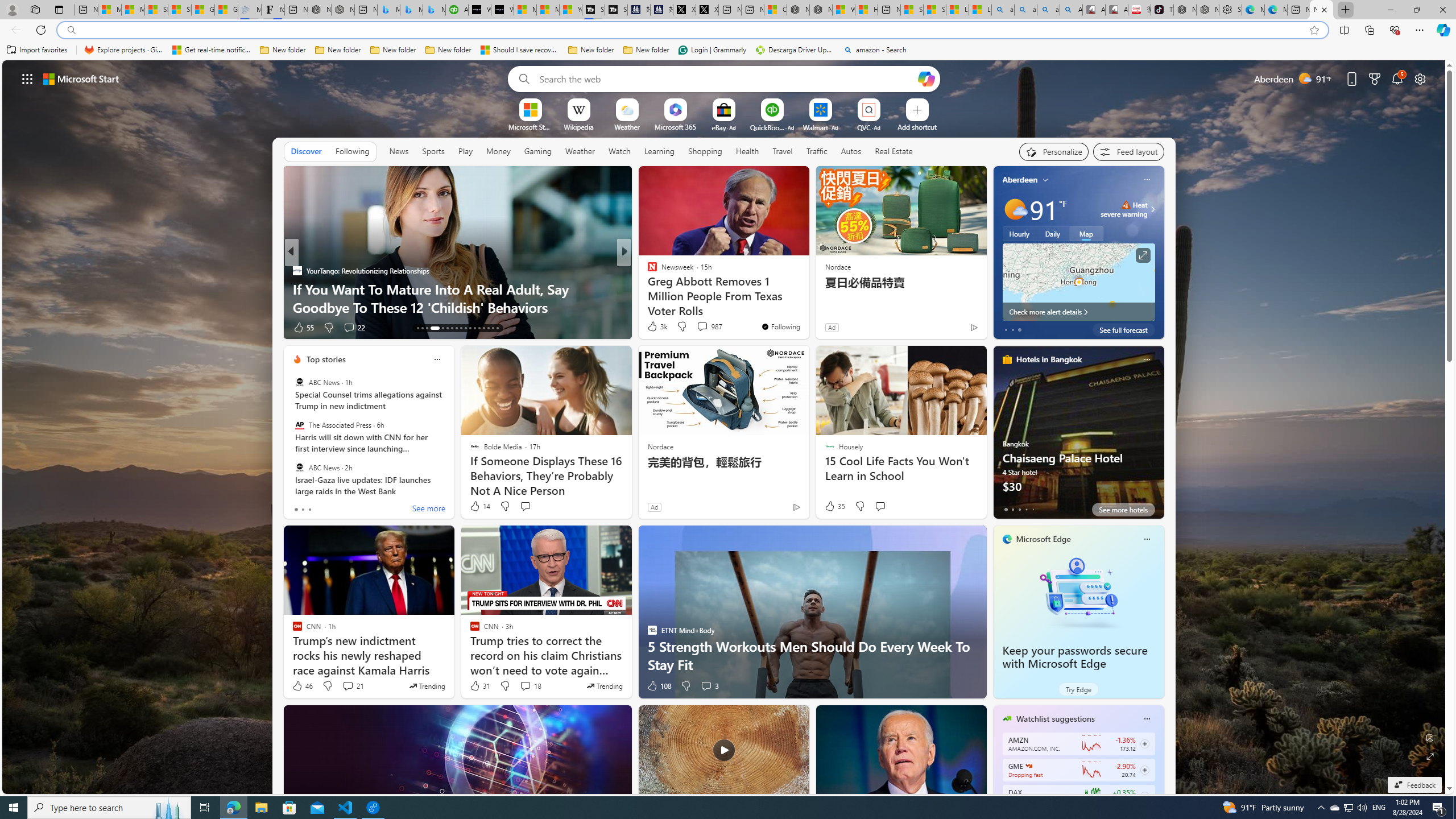 The image size is (1456, 819). What do you see at coordinates (647, 270) in the screenshot?
I see `'POLITICO'` at bounding box center [647, 270].